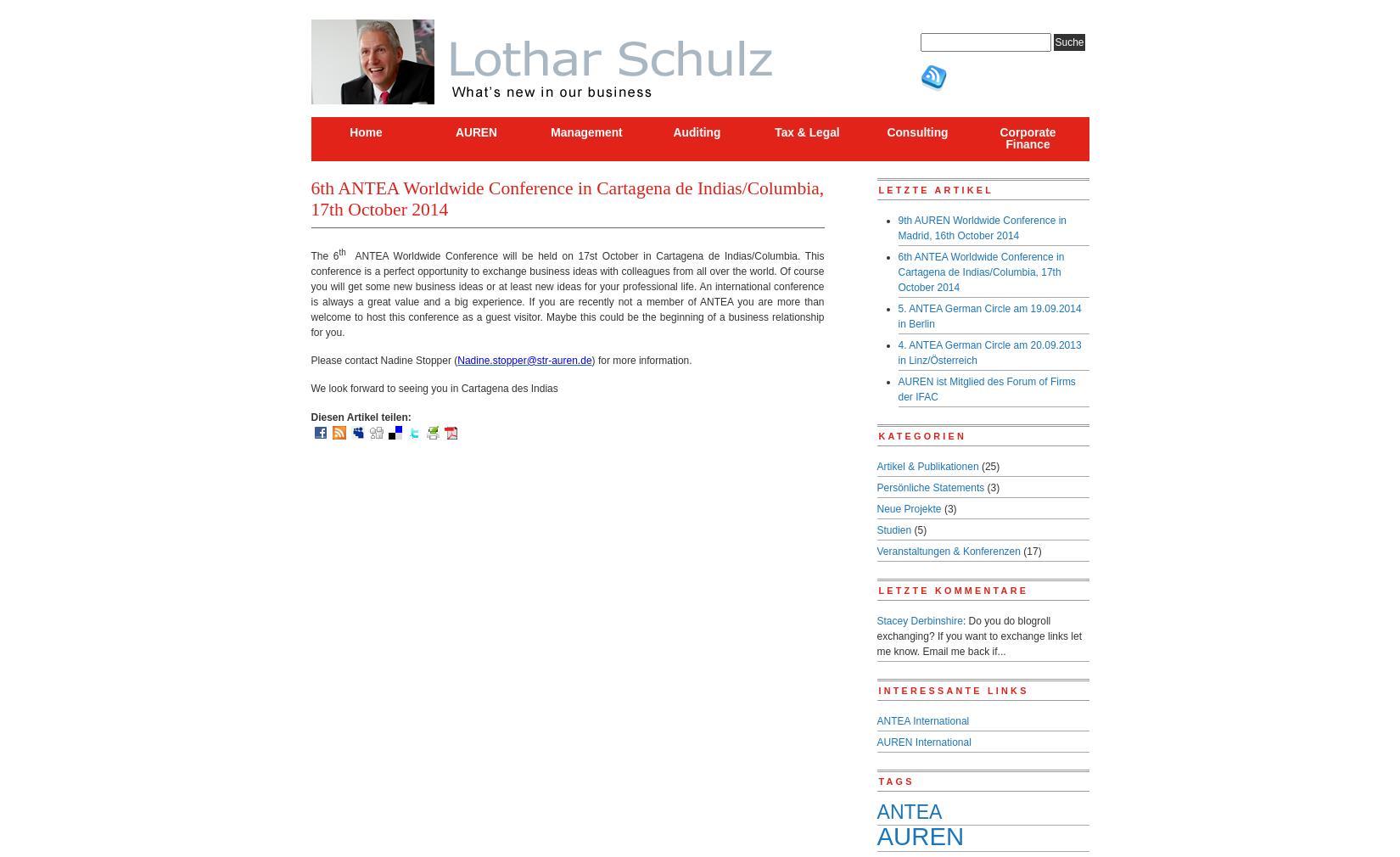  I want to click on '(25)', so click(988, 465).